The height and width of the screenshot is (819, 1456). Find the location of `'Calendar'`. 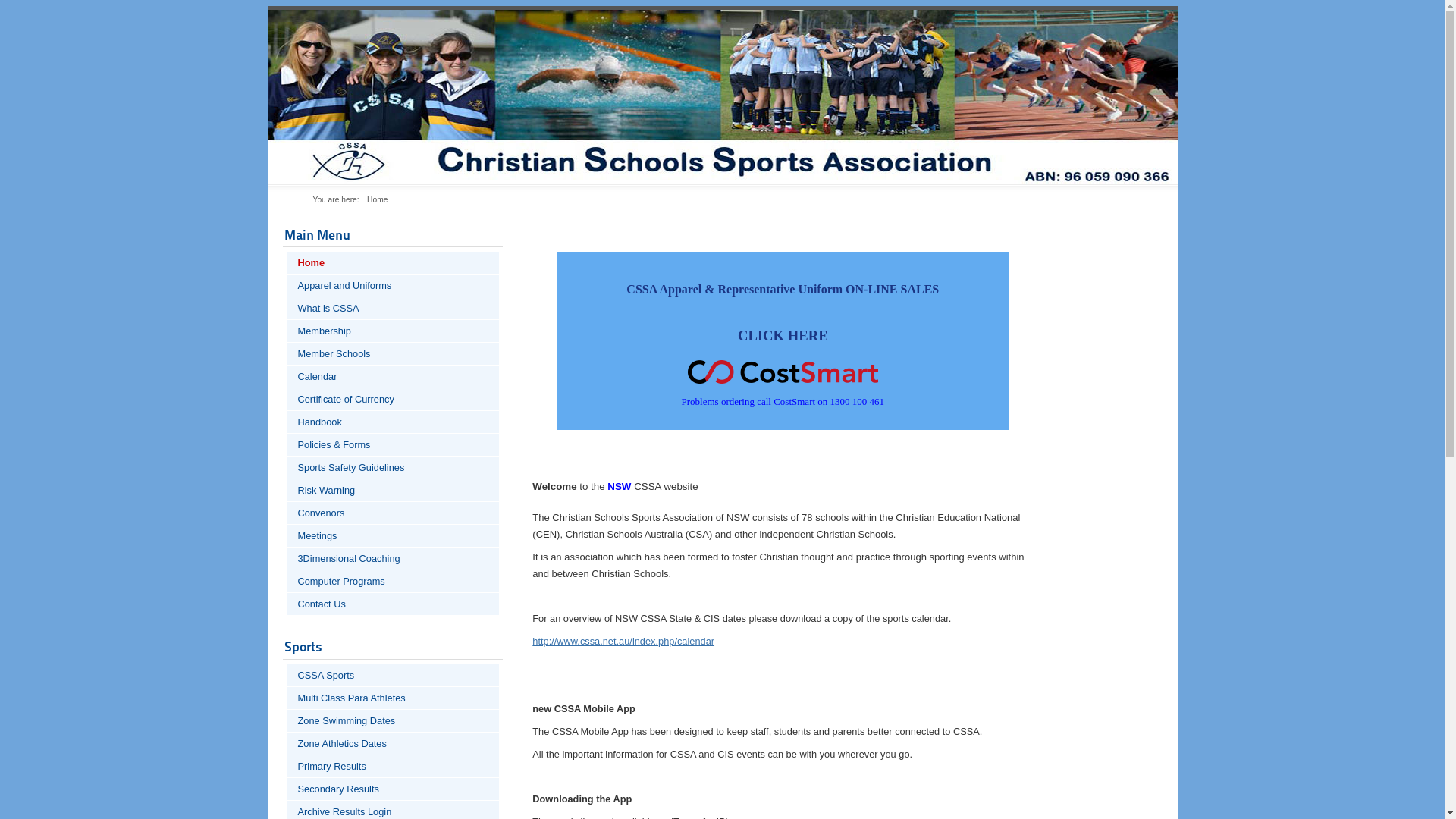

'Calendar' is located at coordinates (393, 375).